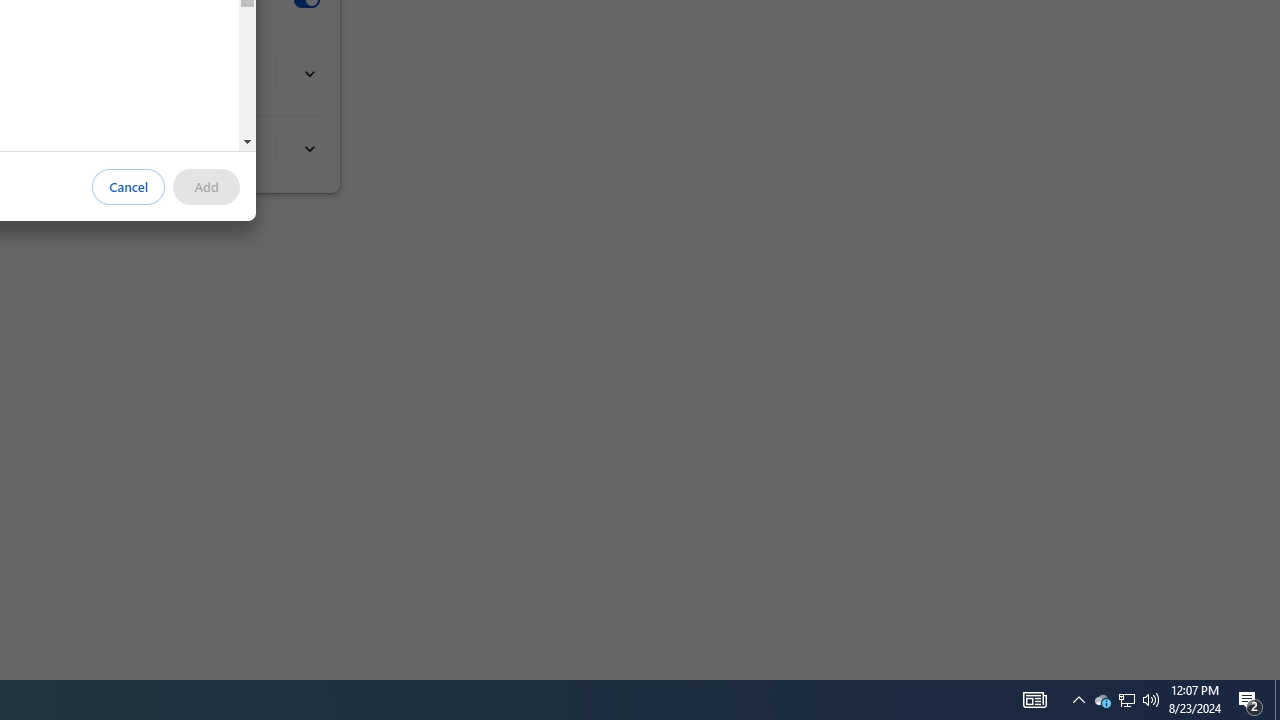  Describe the element at coordinates (128, 187) in the screenshot. I see `'Cancel'` at that location.